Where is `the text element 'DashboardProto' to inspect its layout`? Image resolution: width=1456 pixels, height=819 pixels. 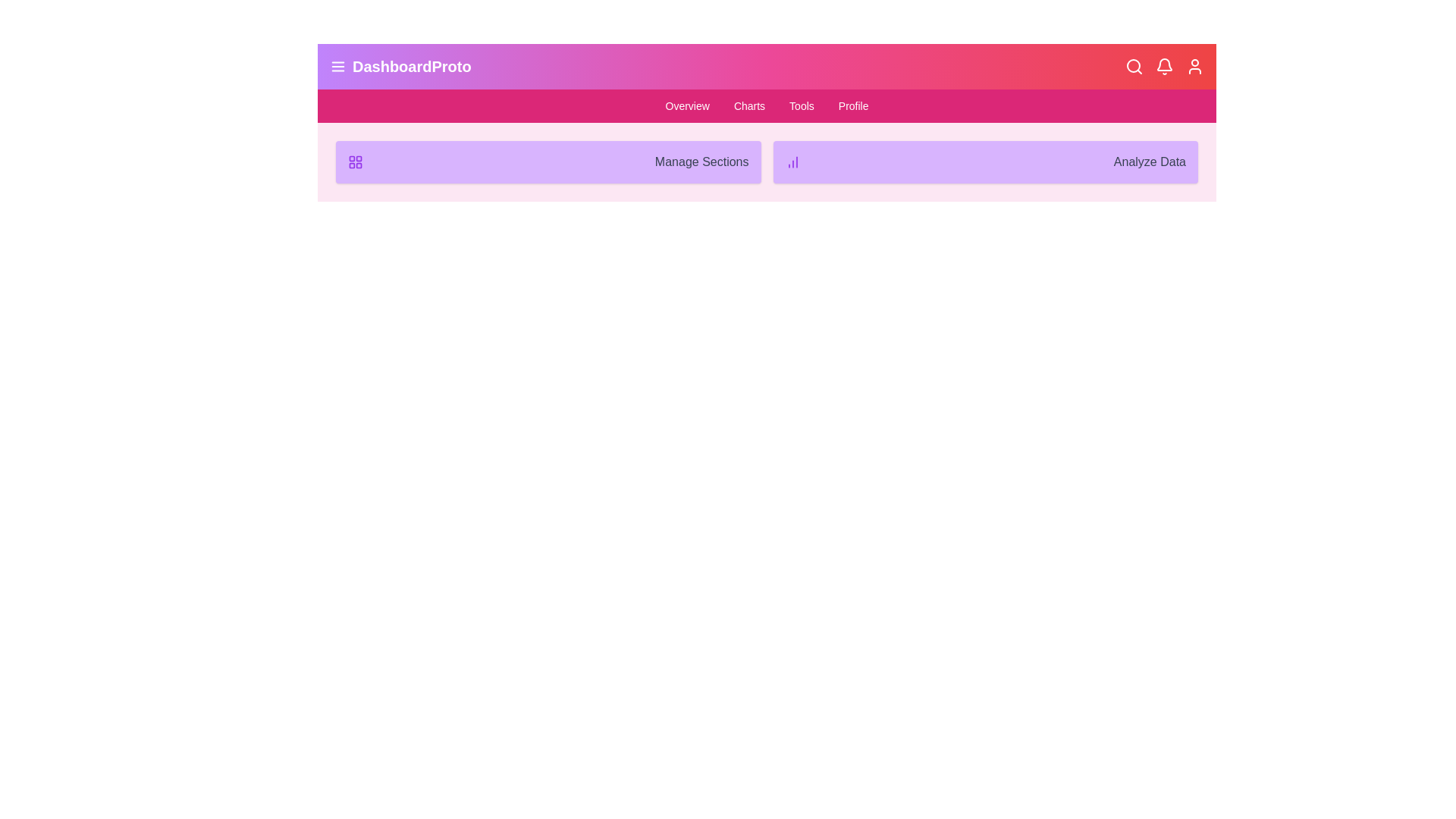
the text element 'DashboardProto' to inspect its layout is located at coordinates (400, 66).